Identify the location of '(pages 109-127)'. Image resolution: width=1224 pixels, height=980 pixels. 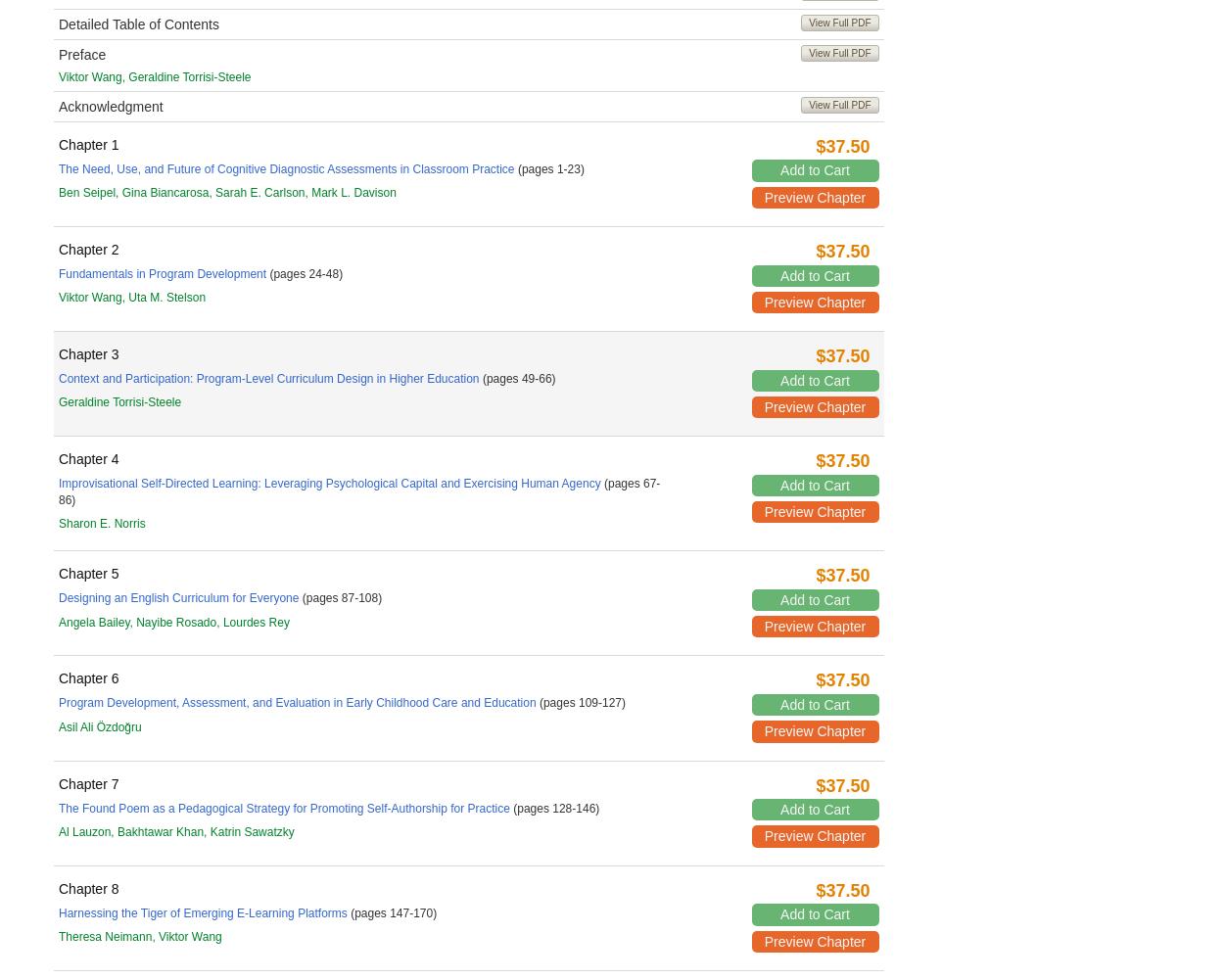
(580, 703).